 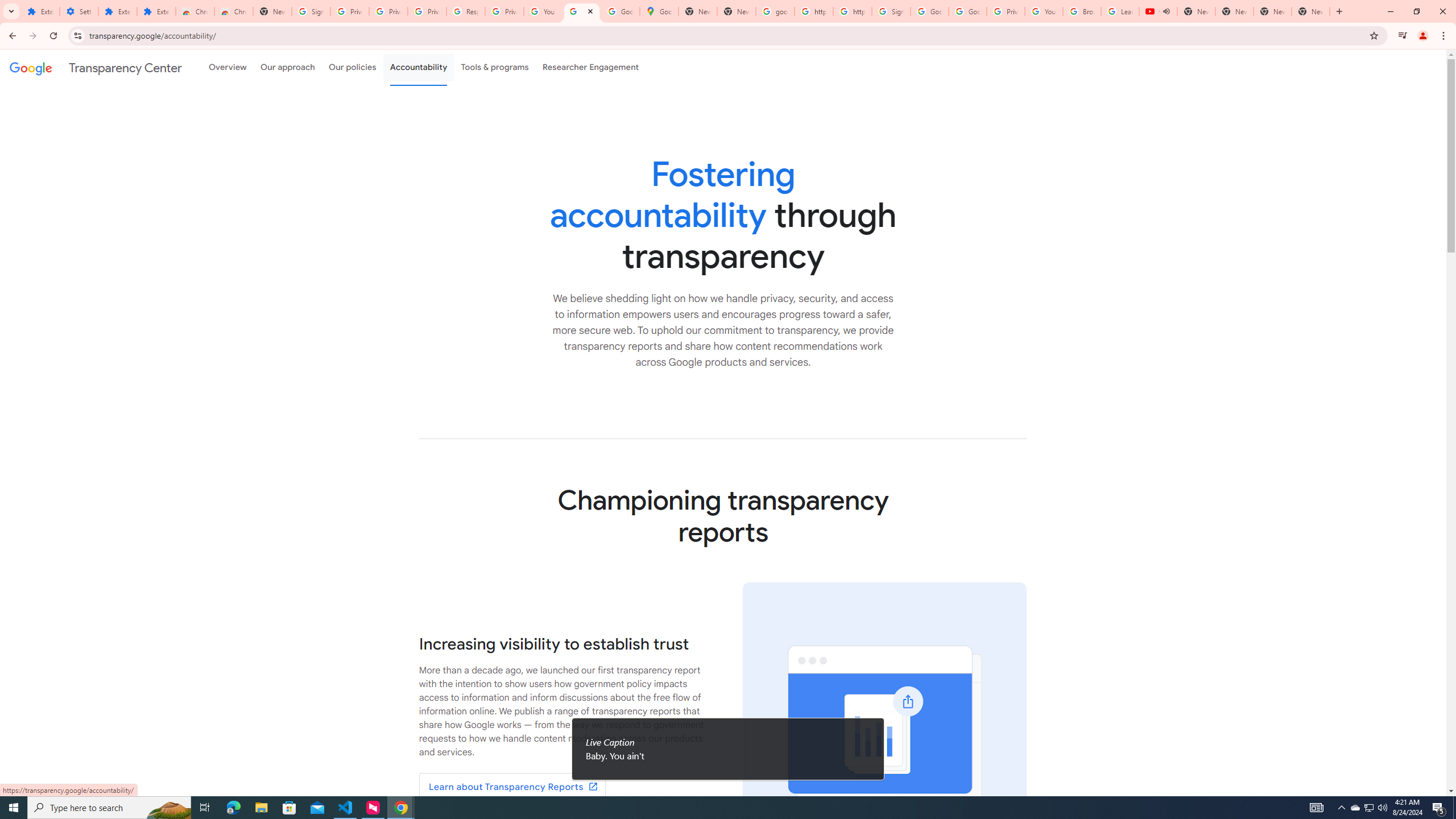 What do you see at coordinates (40, 11) in the screenshot?
I see `'Extensions'` at bounding box center [40, 11].